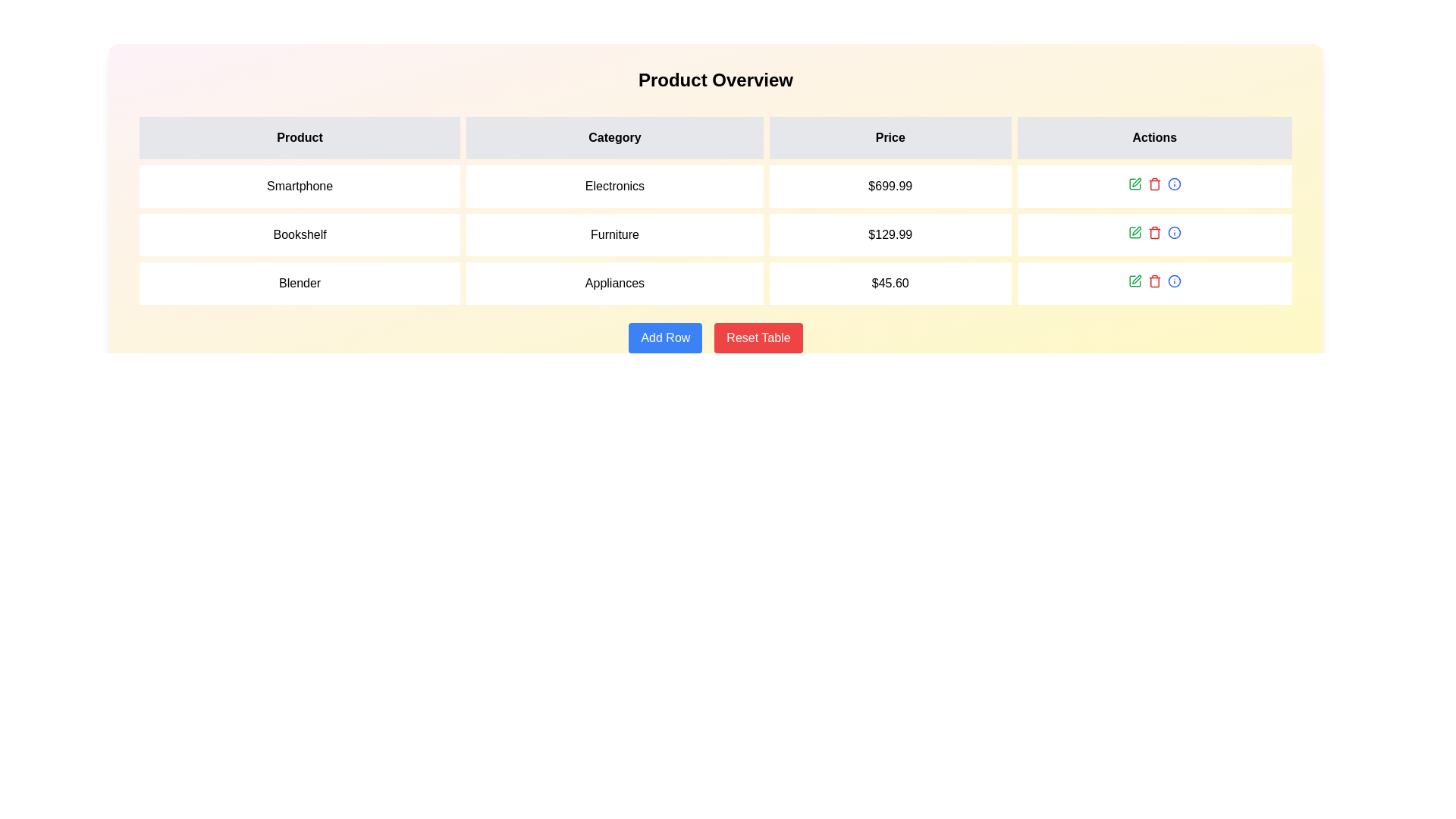 The height and width of the screenshot is (819, 1456). Describe the element at coordinates (1153, 184) in the screenshot. I see `the red trash-can icon in the 'Actions' column for the 'Bookshelf' row` at that location.